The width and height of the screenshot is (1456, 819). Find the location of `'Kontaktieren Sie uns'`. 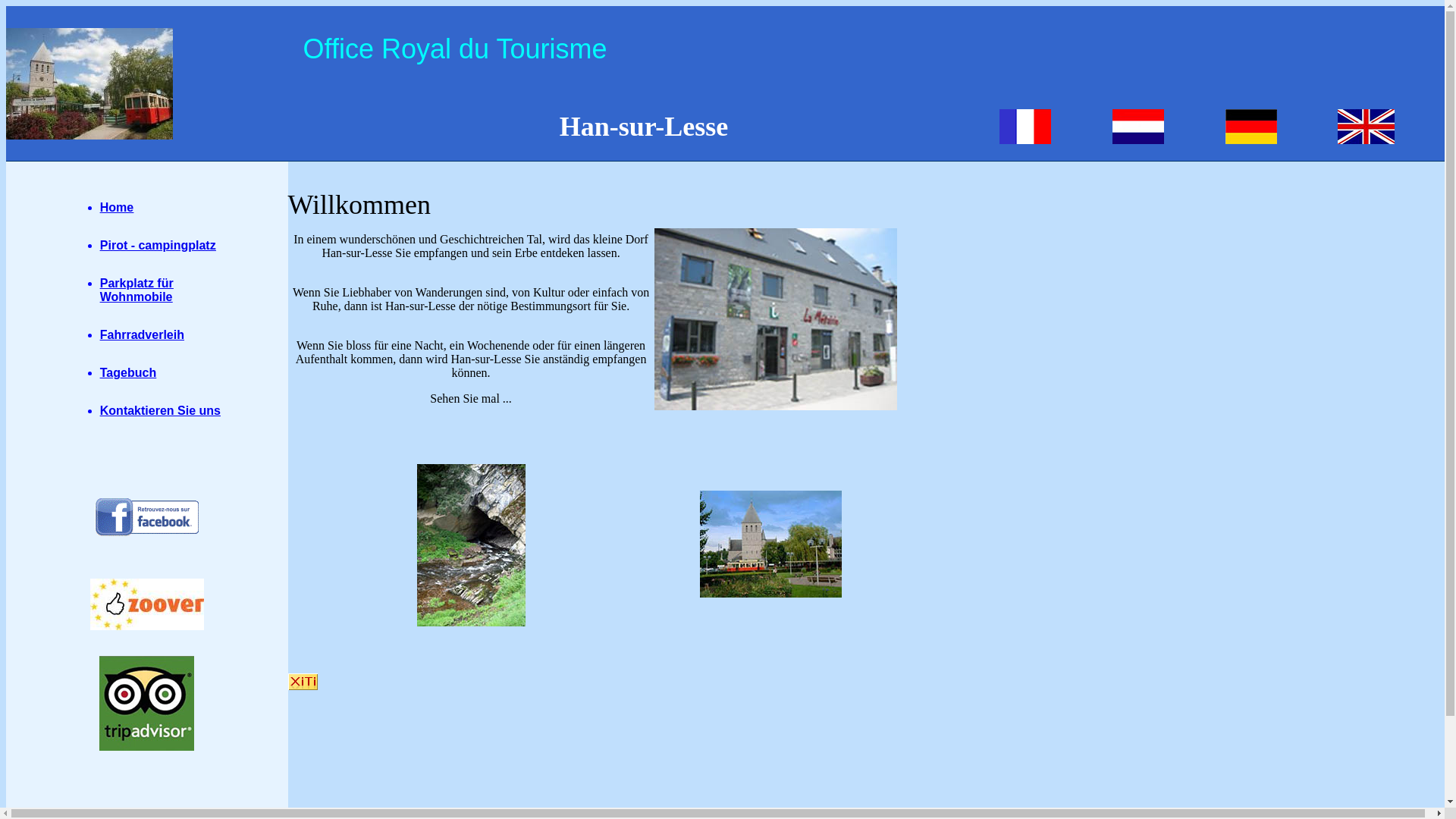

'Kontaktieren Sie uns' is located at coordinates (160, 410).